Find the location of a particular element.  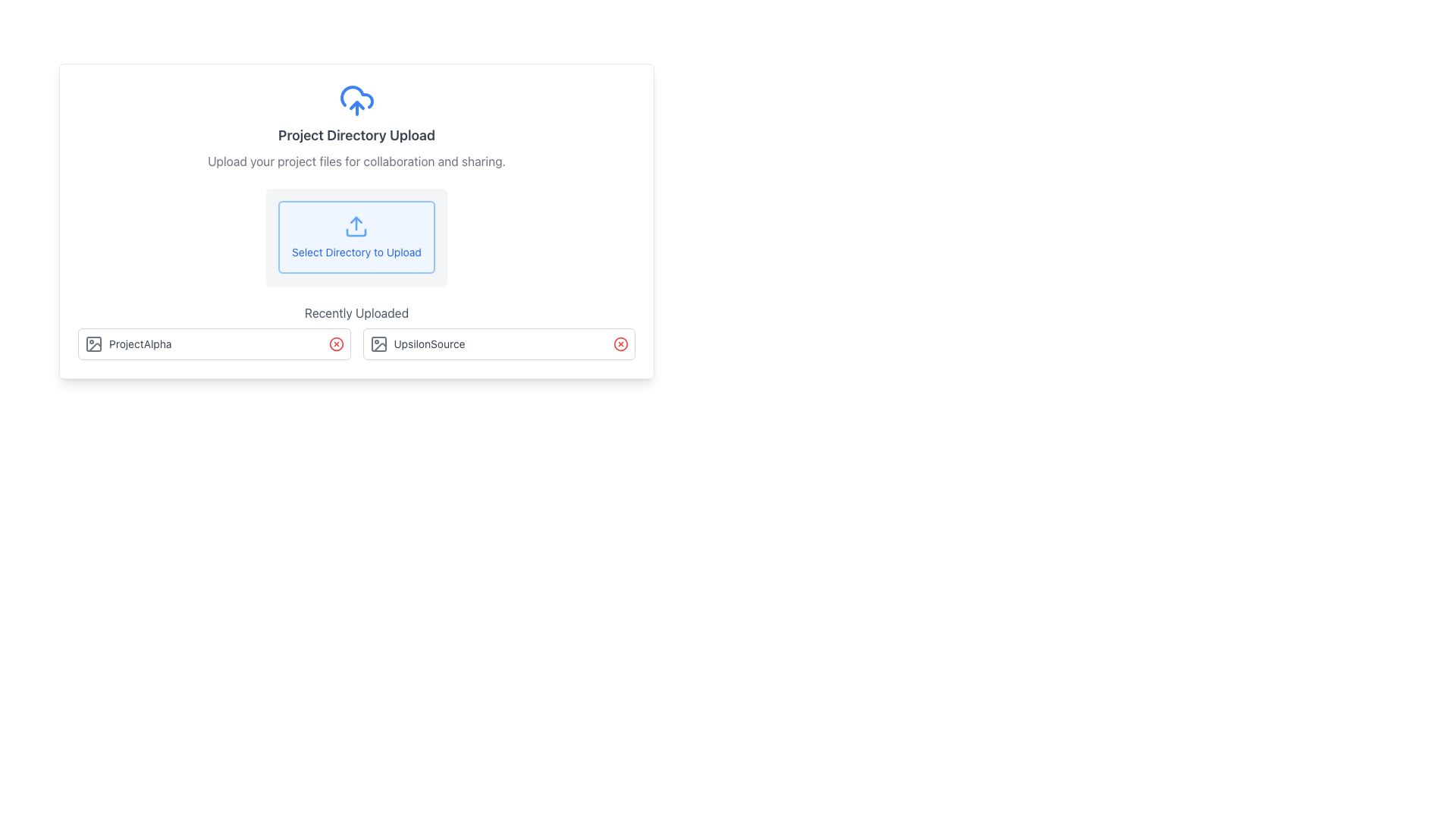

the Text Label displaying 'UpsilonSource', which is styled with a small-sized gray font and located between an icon and a red close button is located at coordinates (428, 344).